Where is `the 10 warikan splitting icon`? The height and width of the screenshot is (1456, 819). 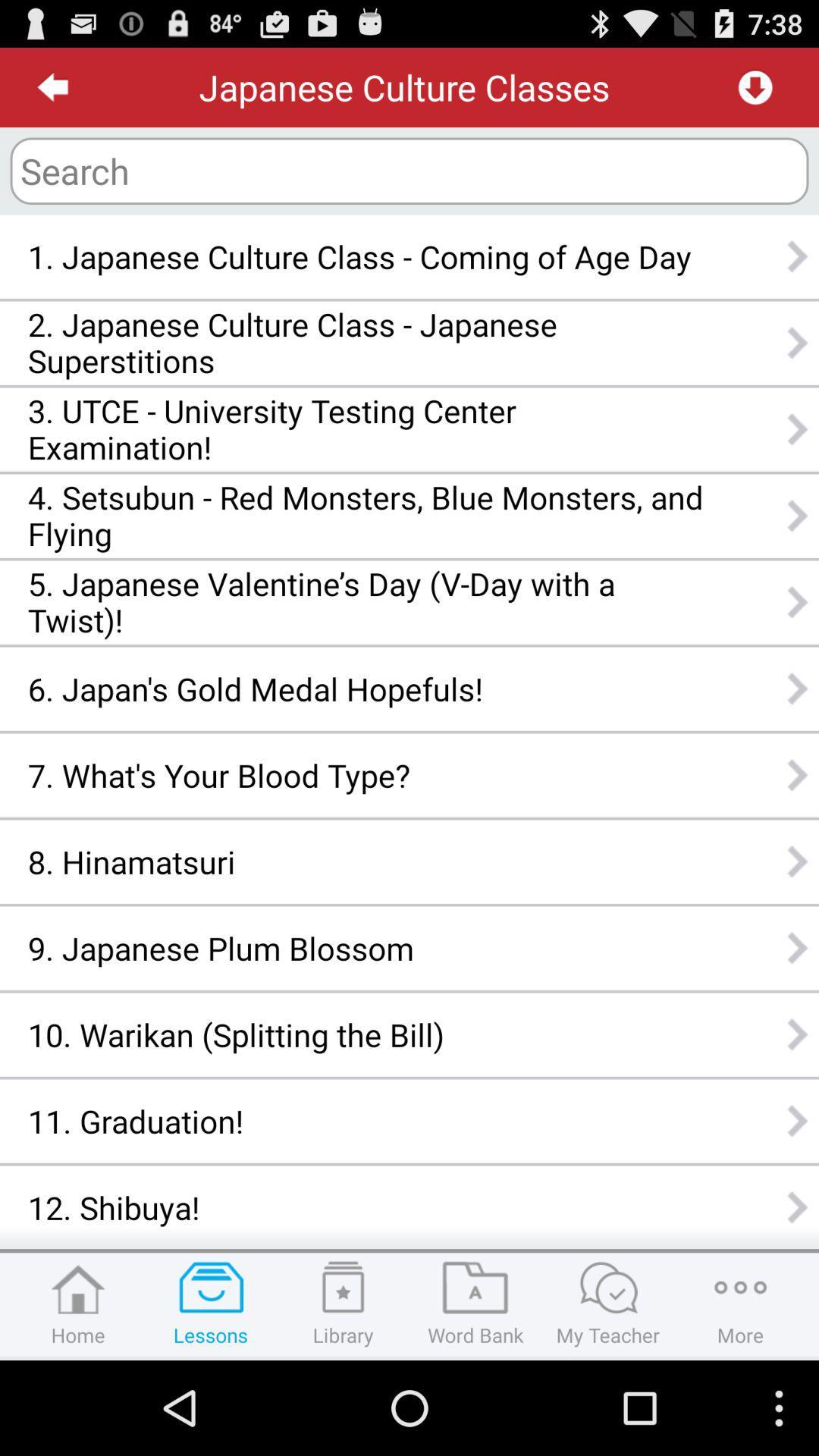
the 10 warikan splitting icon is located at coordinates (366, 1034).